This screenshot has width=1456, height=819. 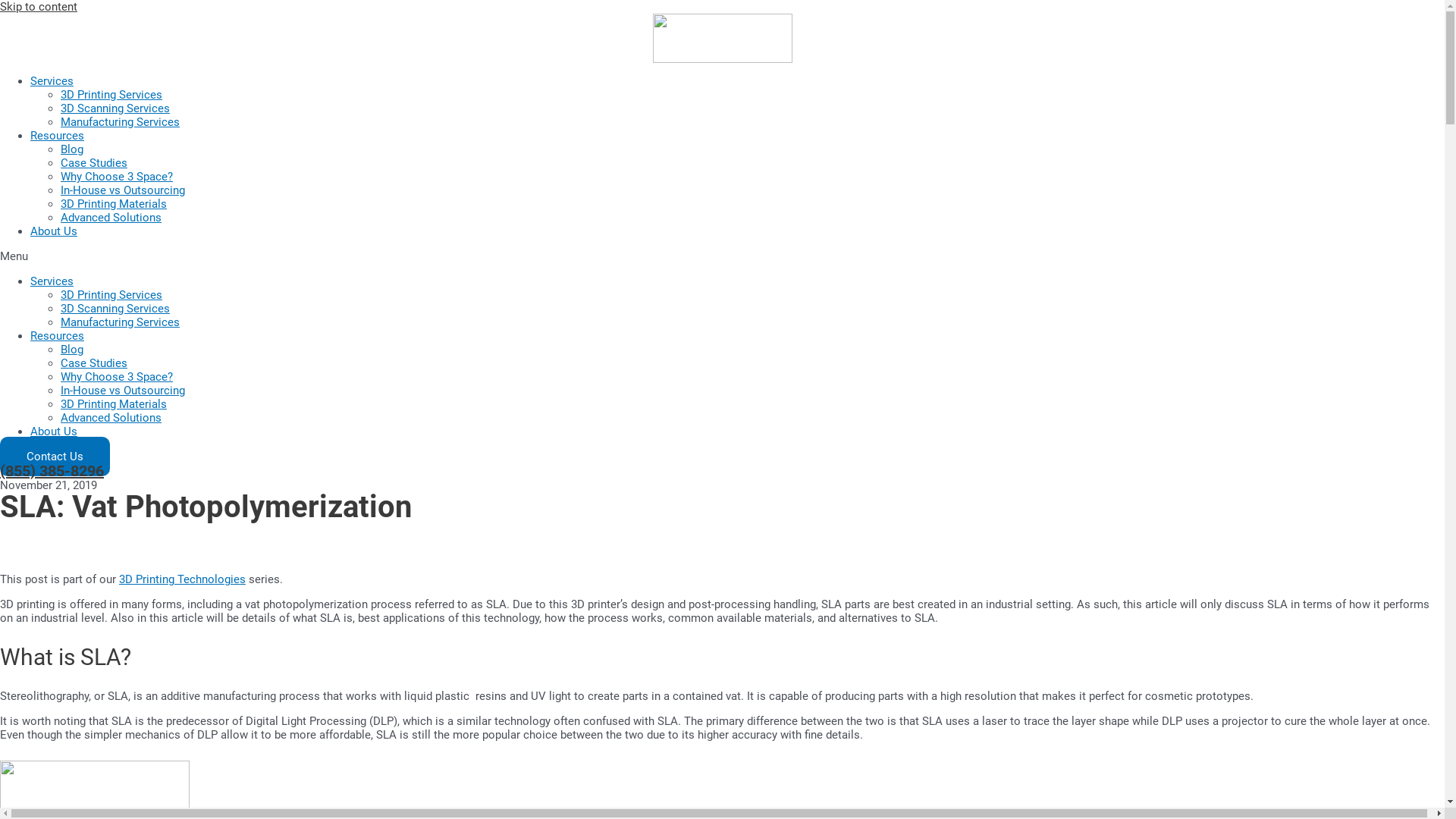 I want to click on '3D Printing Services', so click(x=111, y=295).